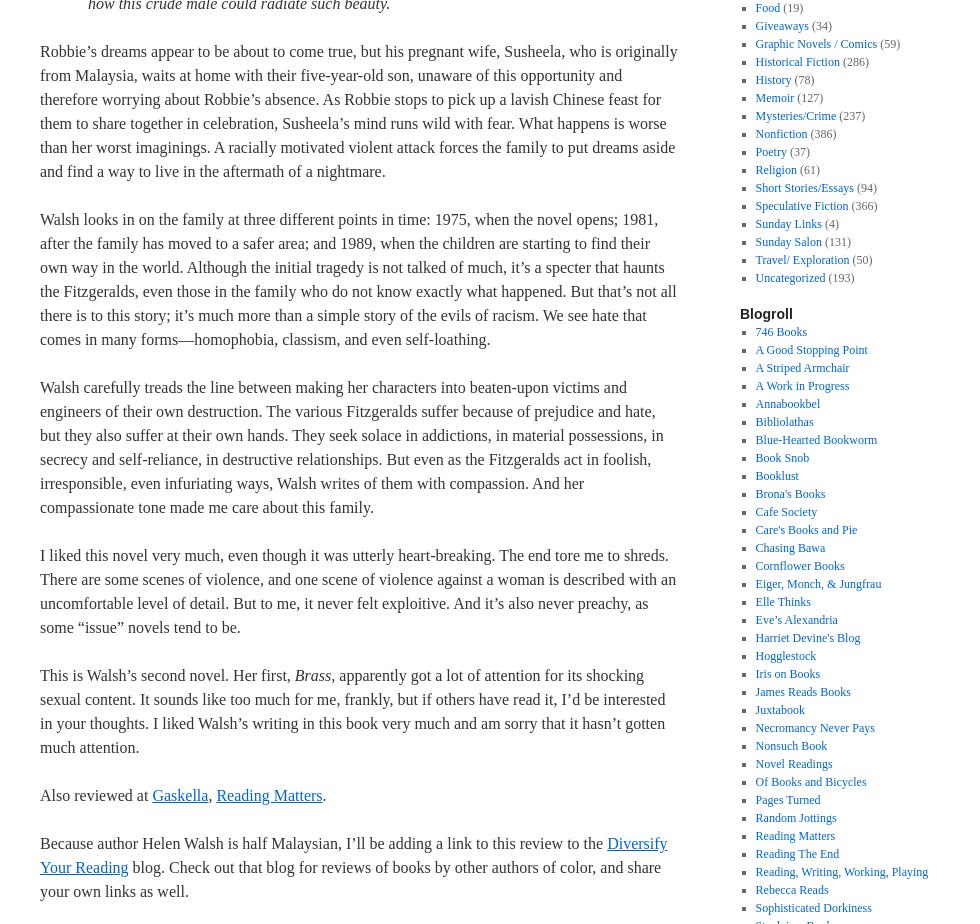 Image resolution: width=980 pixels, height=924 pixels. Describe the element at coordinates (754, 799) in the screenshot. I see `'Pages Turned'` at that location.